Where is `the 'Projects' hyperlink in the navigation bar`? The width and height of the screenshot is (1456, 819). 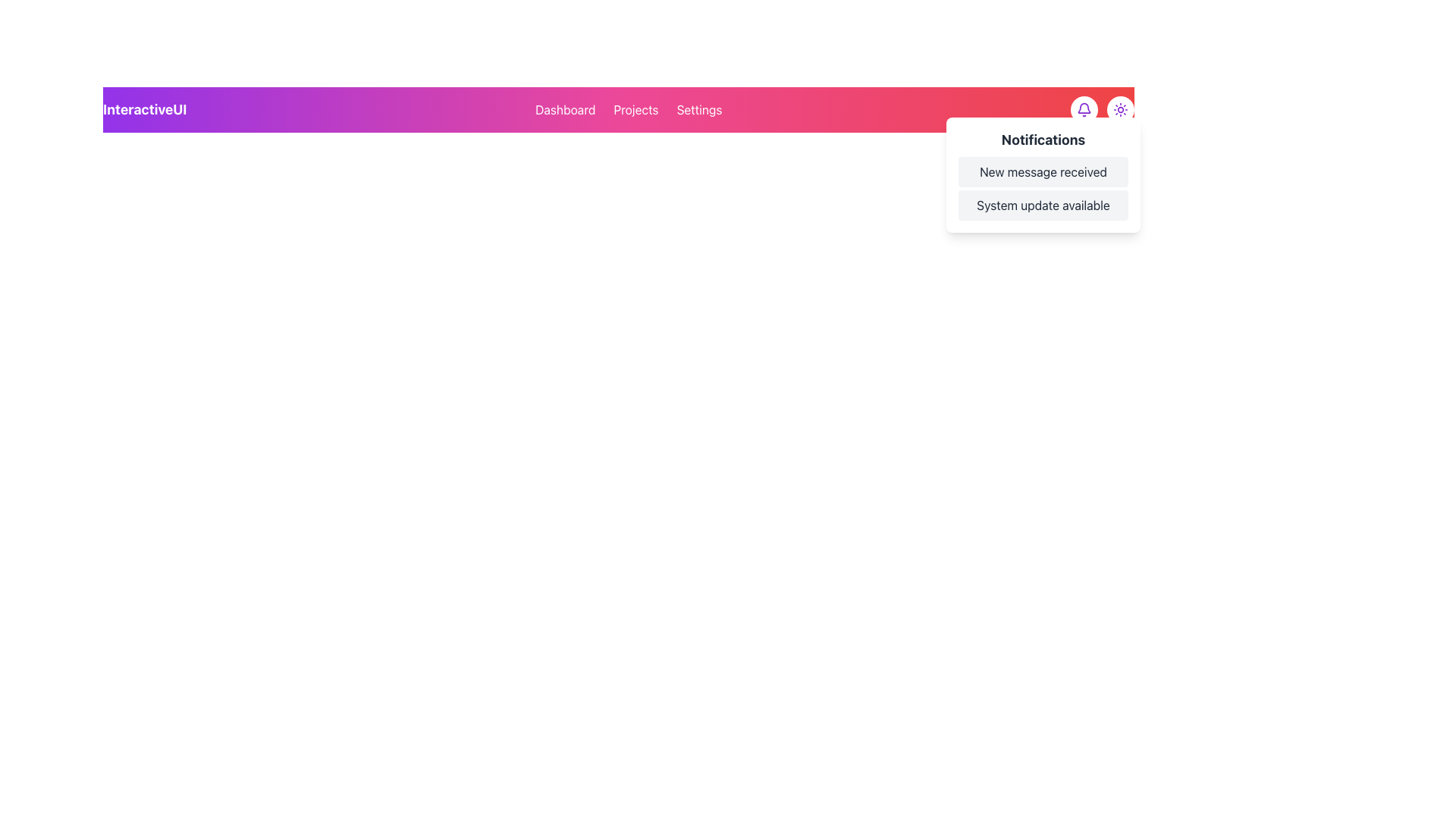
the 'Projects' hyperlink in the navigation bar is located at coordinates (636, 109).